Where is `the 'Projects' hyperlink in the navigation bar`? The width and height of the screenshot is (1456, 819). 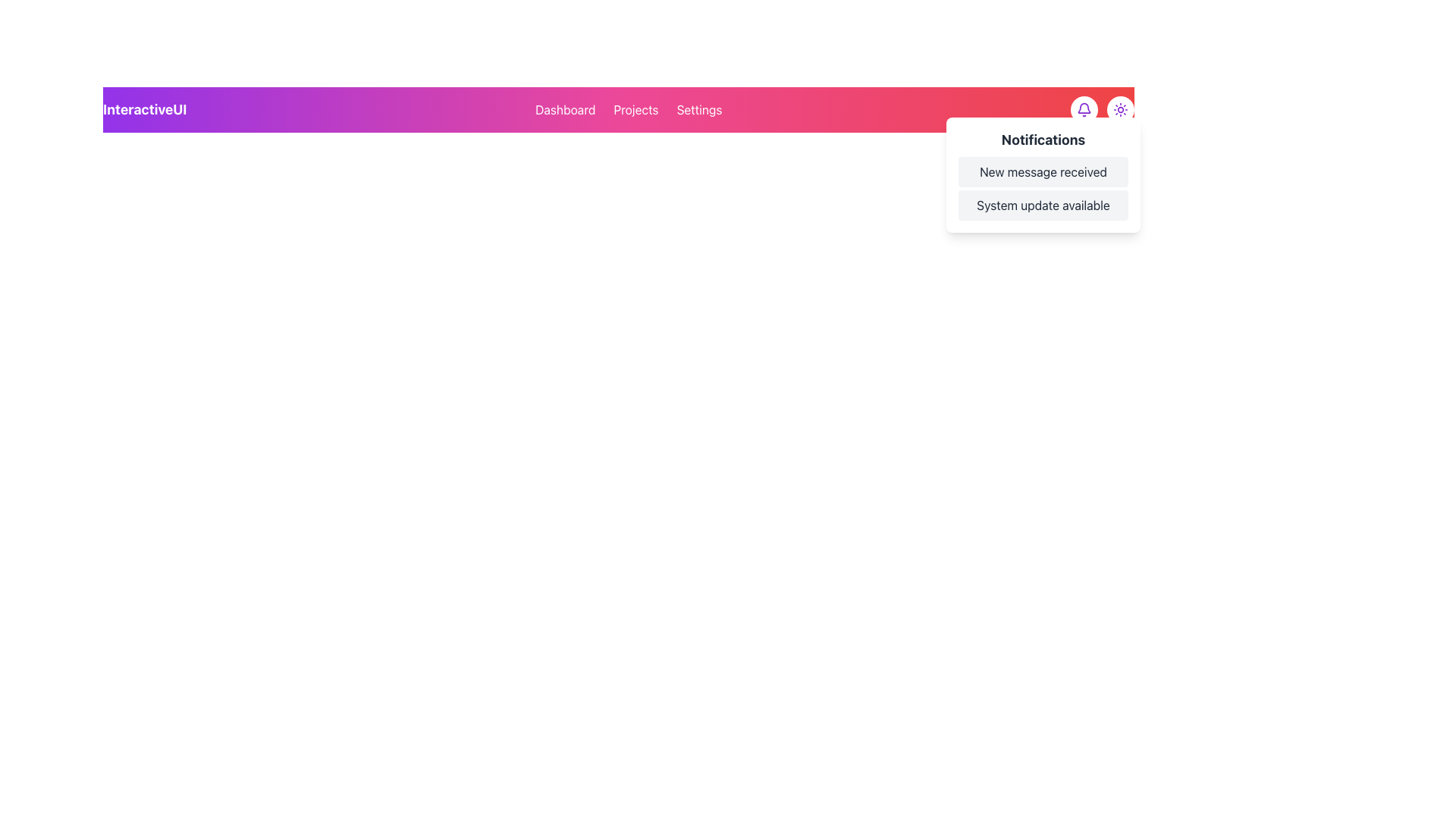
the 'Projects' hyperlink in the navigation bar is located at coordinates (636, 109).